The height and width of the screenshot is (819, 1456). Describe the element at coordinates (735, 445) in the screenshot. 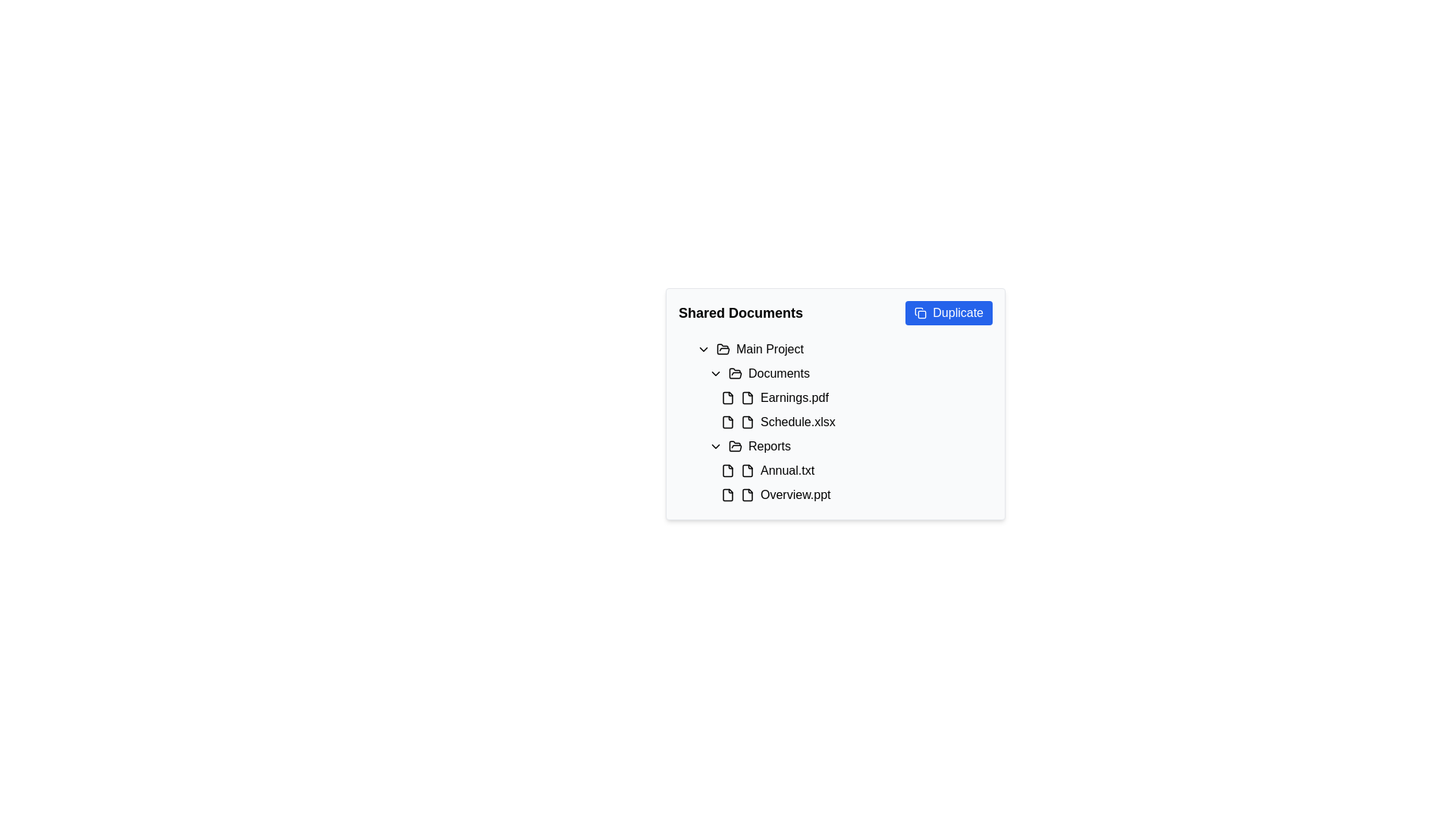

I see `the 'Reports' folder icon` at that location.